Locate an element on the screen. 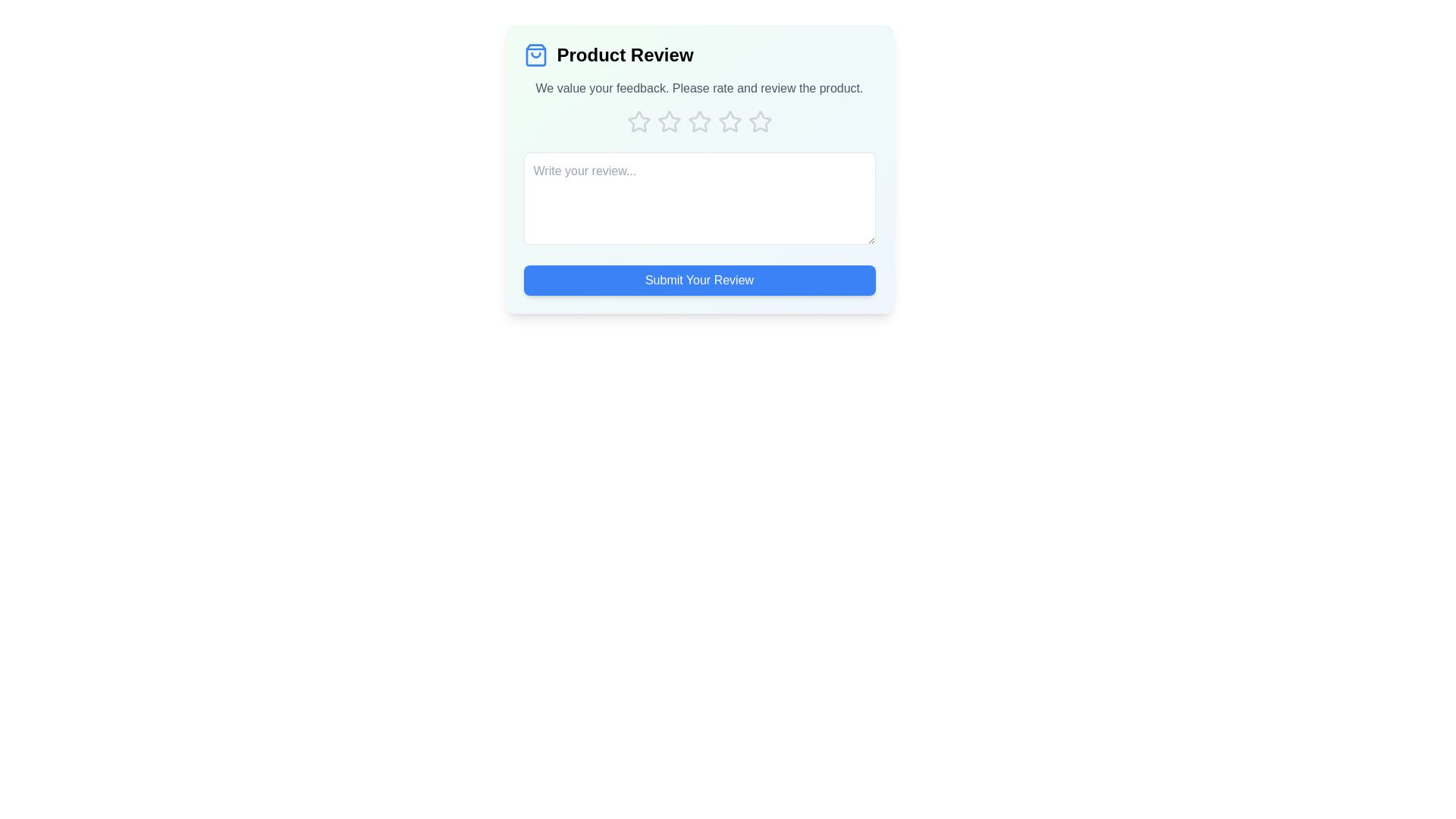  the fourth star-shaped rating icon that is unfilled and grayish, located in a horizontal sequence under the 'Please rate and review the product' text is located at coordinates (730, 121).